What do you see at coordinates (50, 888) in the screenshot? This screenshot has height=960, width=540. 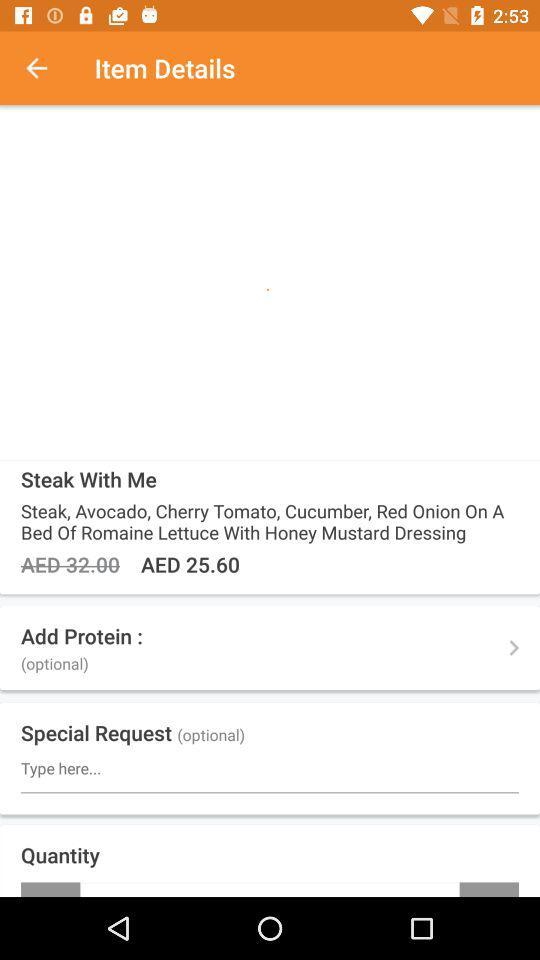 I see `icon below quantity item` at bounding box center [50, 888].